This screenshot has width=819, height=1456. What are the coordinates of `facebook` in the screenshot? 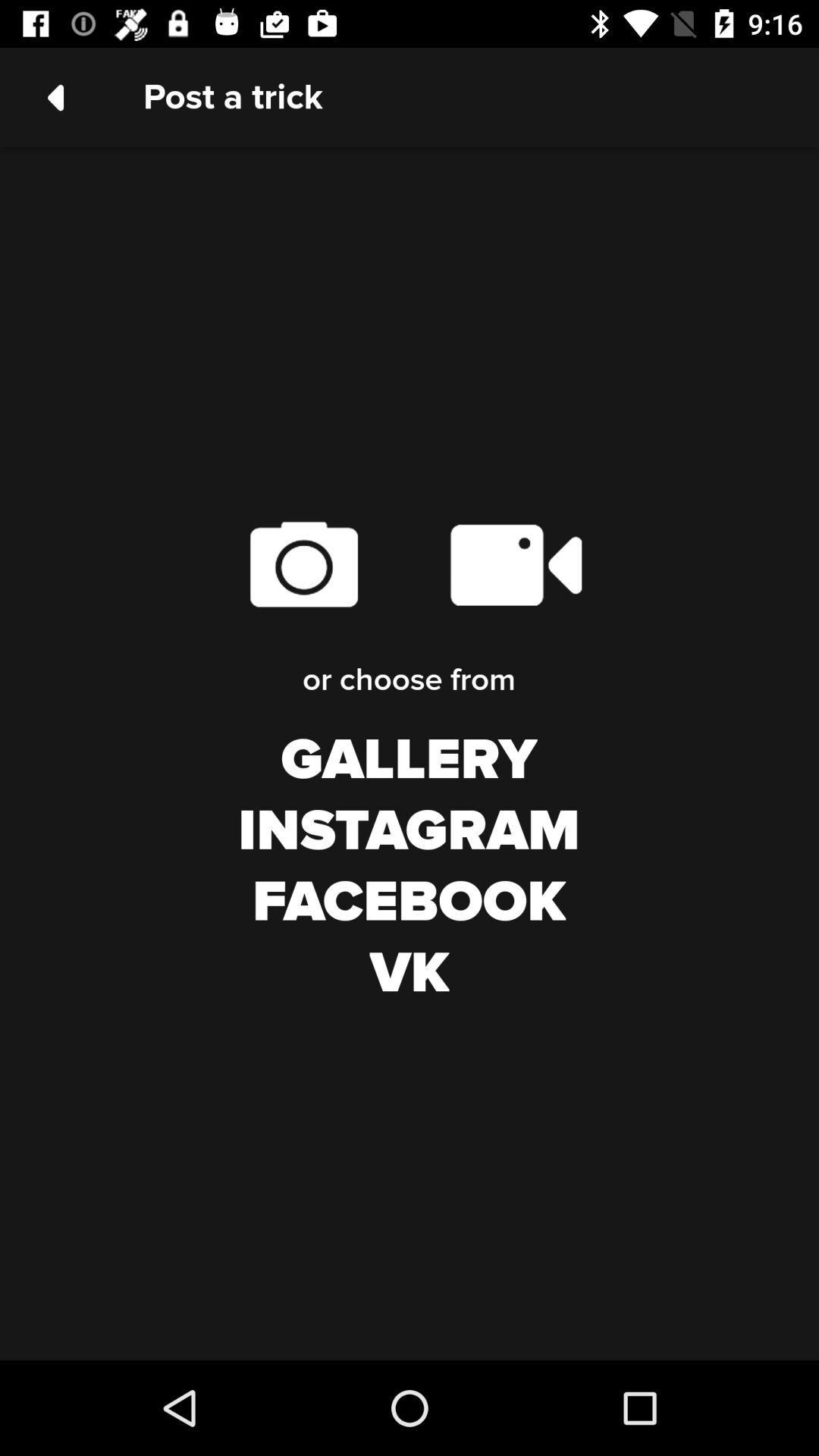 It's located at (408, 902).